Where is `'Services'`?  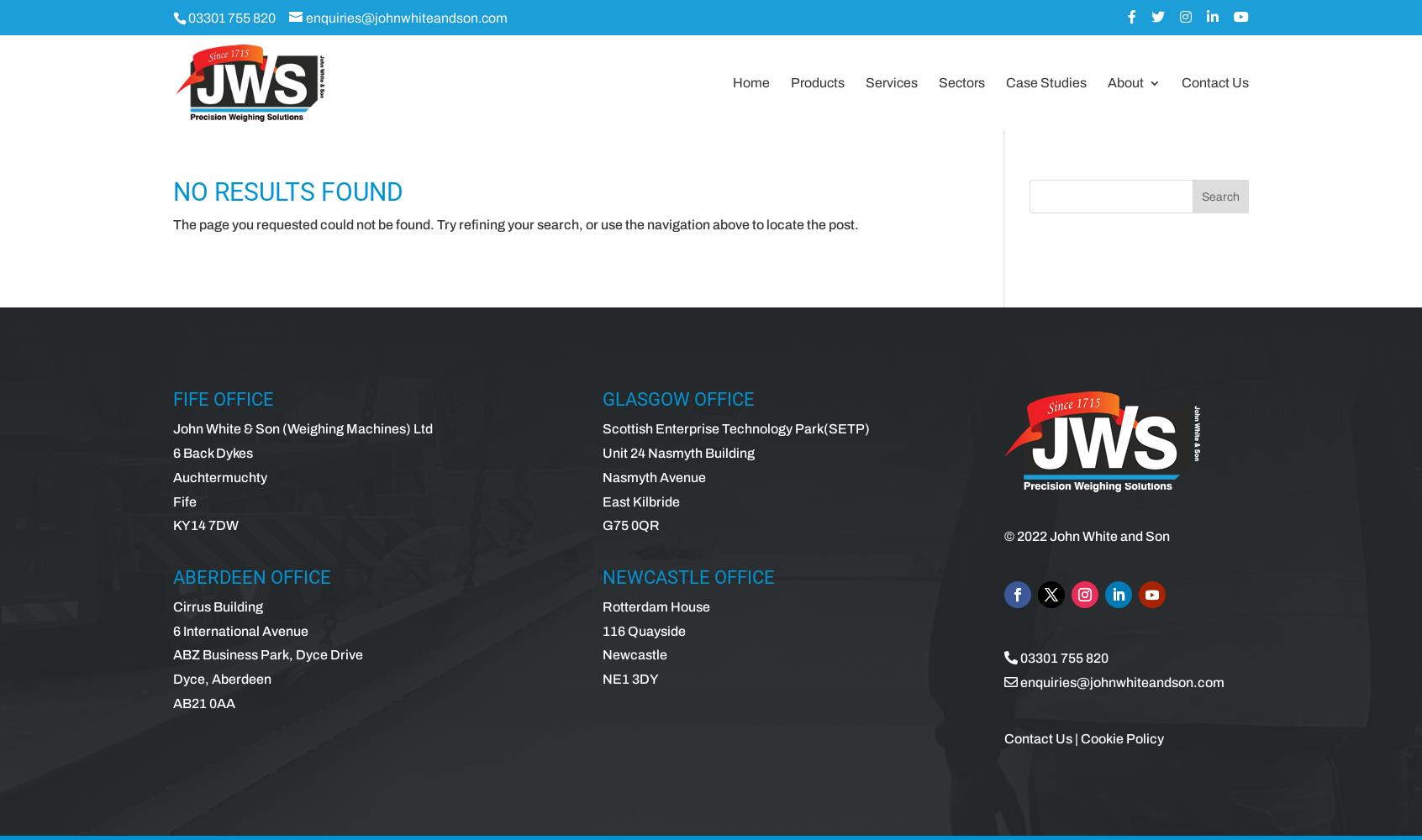
'Services' is located at coordinates (864, 81).